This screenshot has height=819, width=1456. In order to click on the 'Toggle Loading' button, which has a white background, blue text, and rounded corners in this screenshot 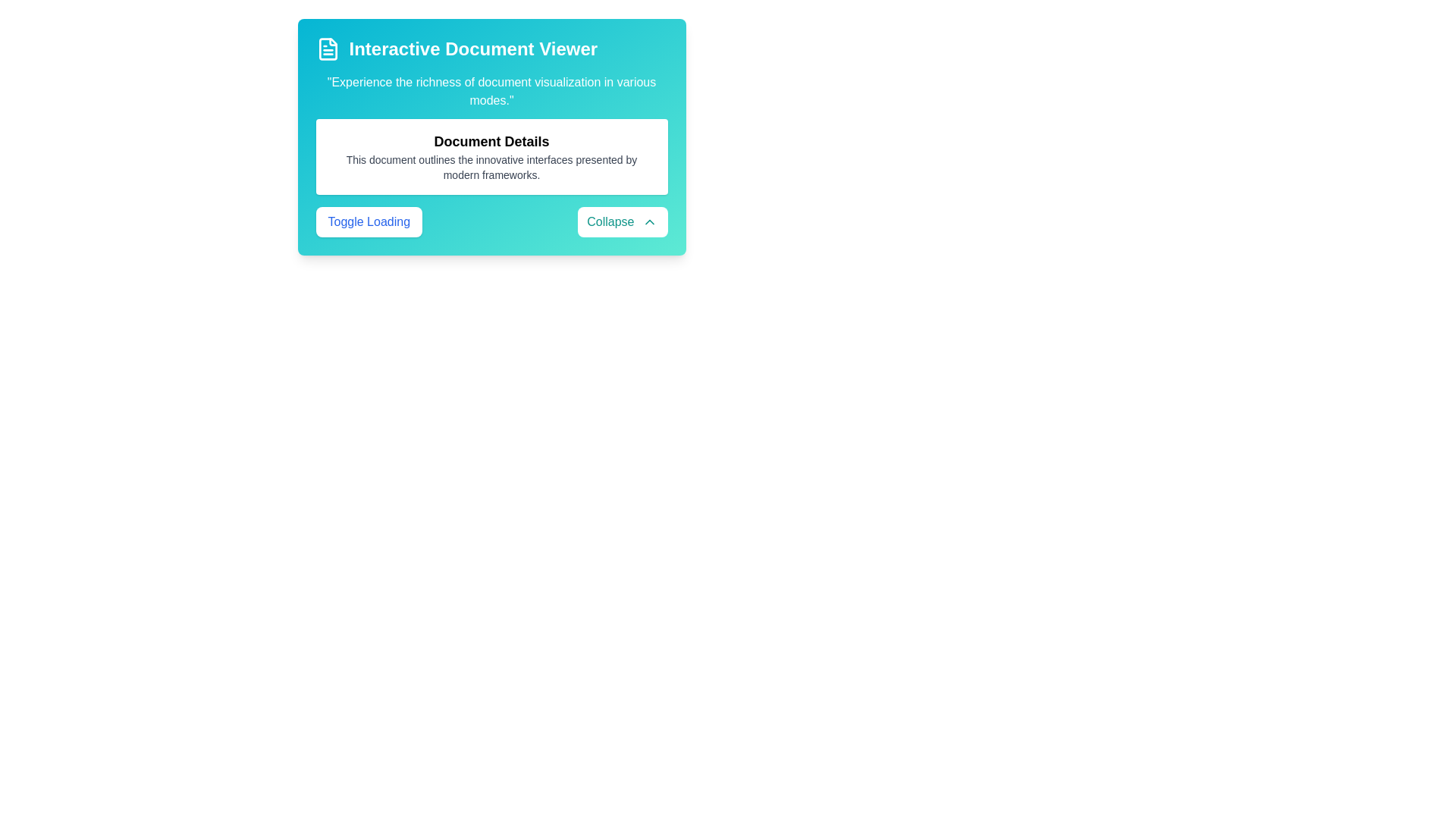, I will do `click(369, 222)`.